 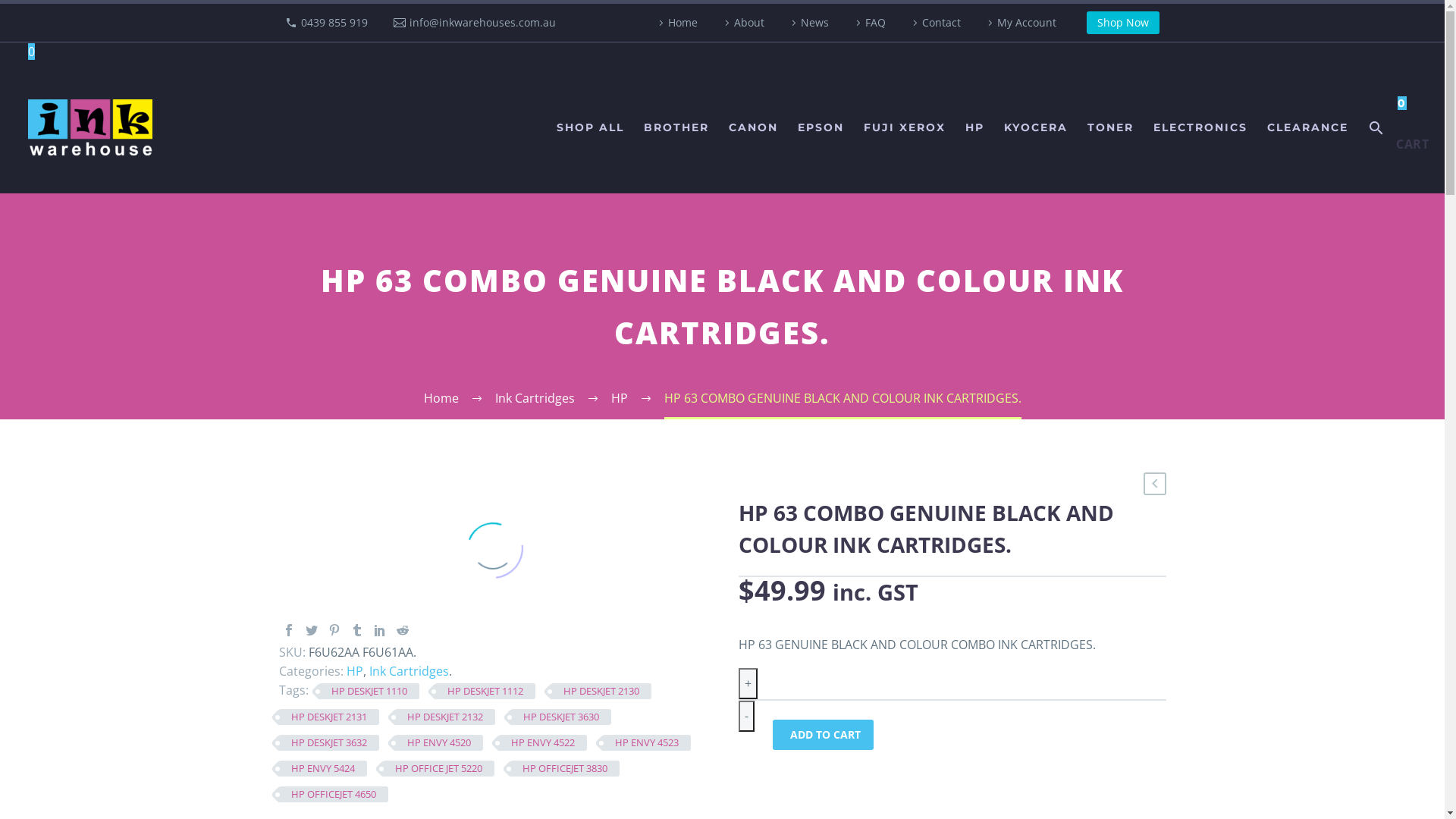 I want to click on 'Pinterest', so click(x=333, y=629).